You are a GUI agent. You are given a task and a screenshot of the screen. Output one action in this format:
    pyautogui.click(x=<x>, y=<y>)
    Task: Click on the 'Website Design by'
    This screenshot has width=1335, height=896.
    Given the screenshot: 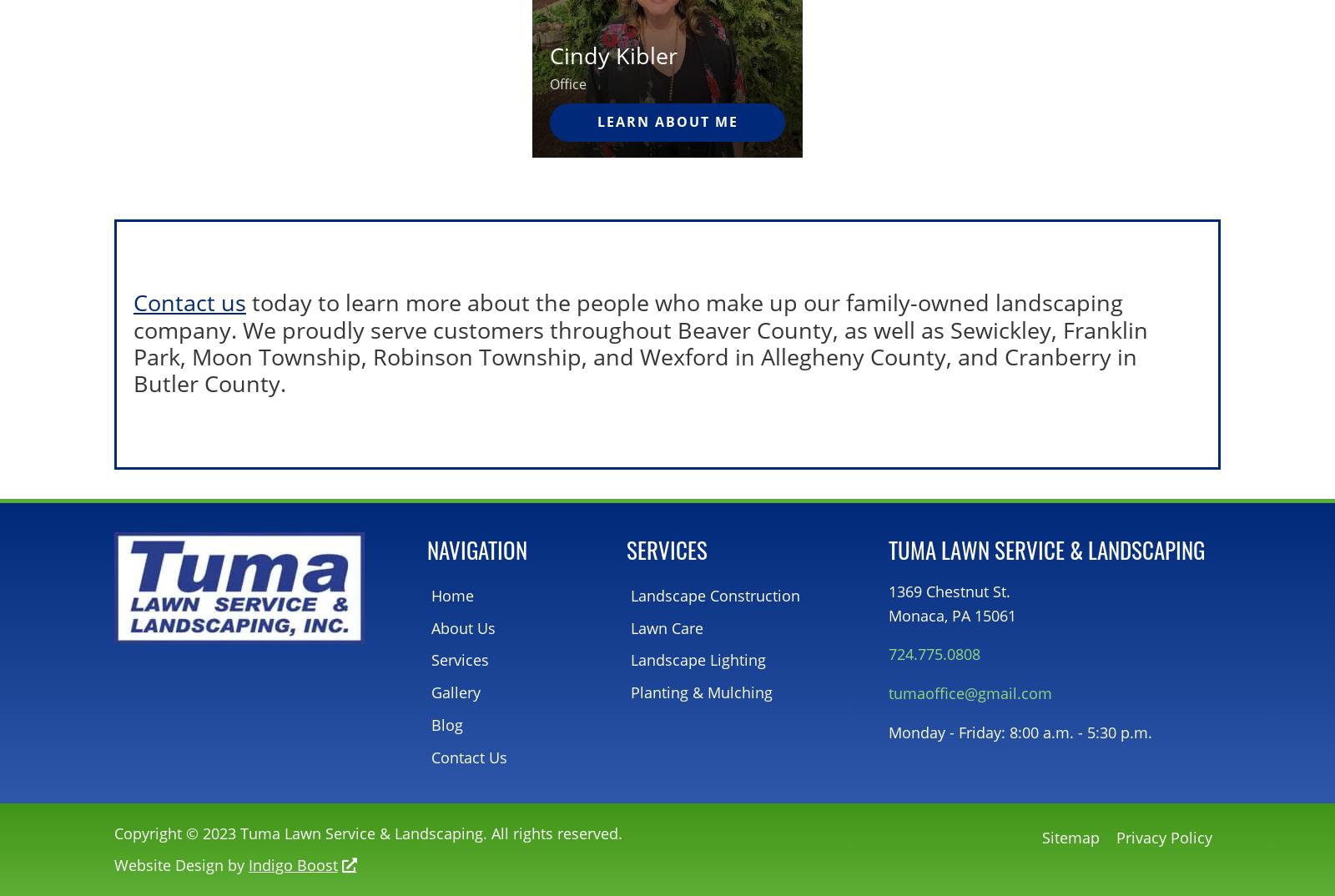 What is the action you would take?
    pyautogui.click(x=181, y=864)
    